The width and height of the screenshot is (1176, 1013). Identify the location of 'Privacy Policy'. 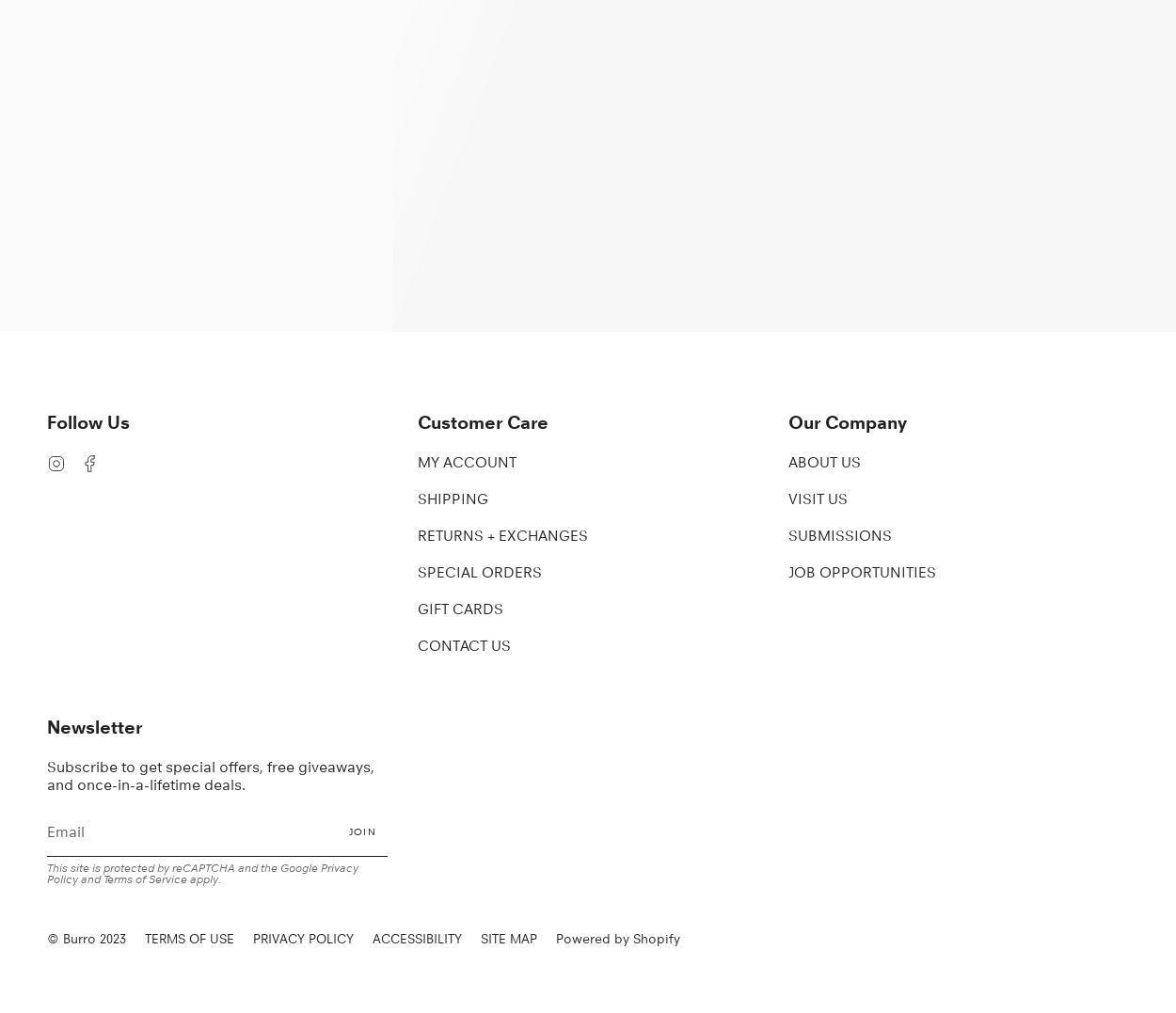
(201, 871).